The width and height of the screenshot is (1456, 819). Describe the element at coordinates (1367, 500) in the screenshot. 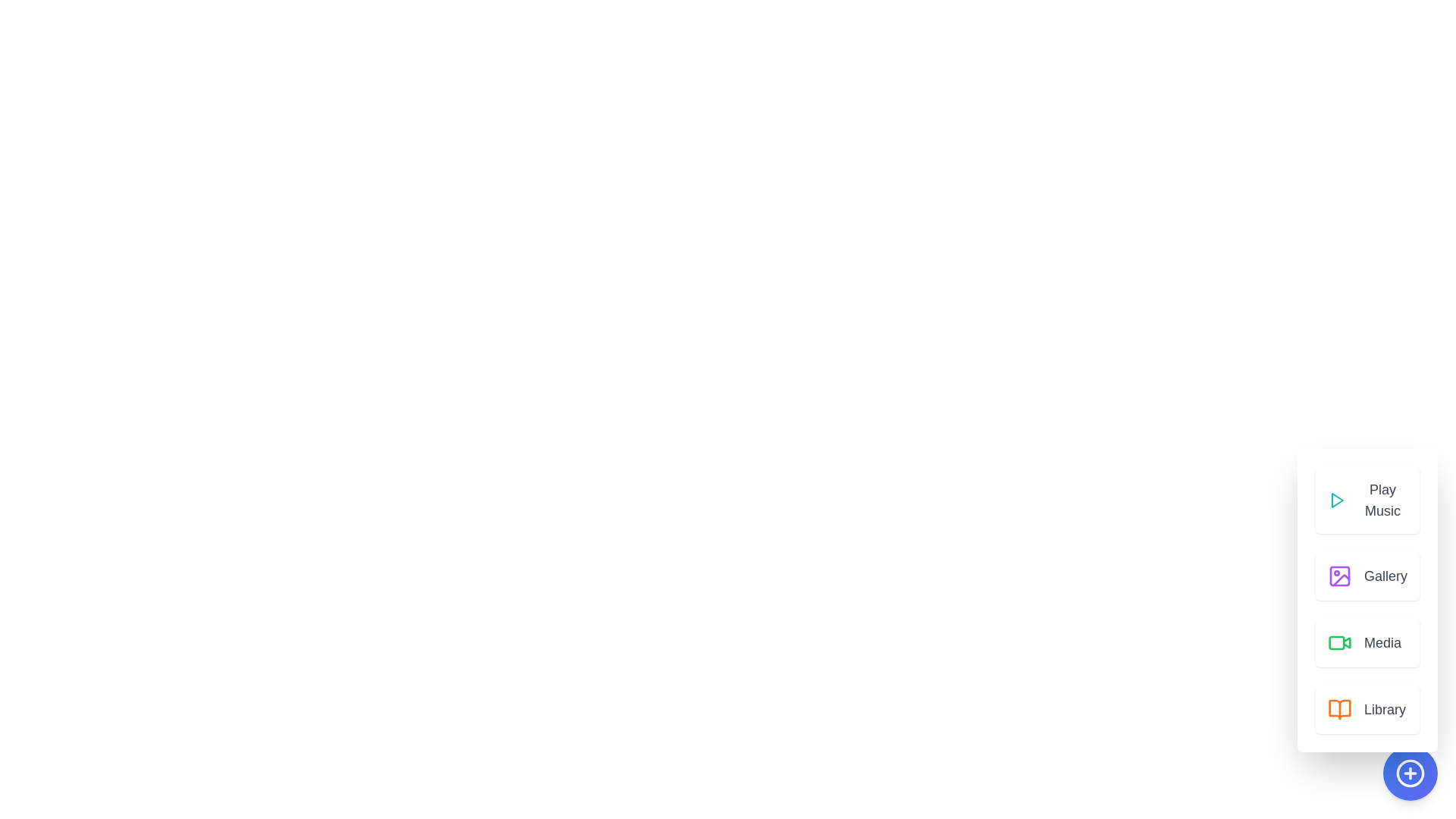

I see `the Play Music button to access the respective media content` at that location.